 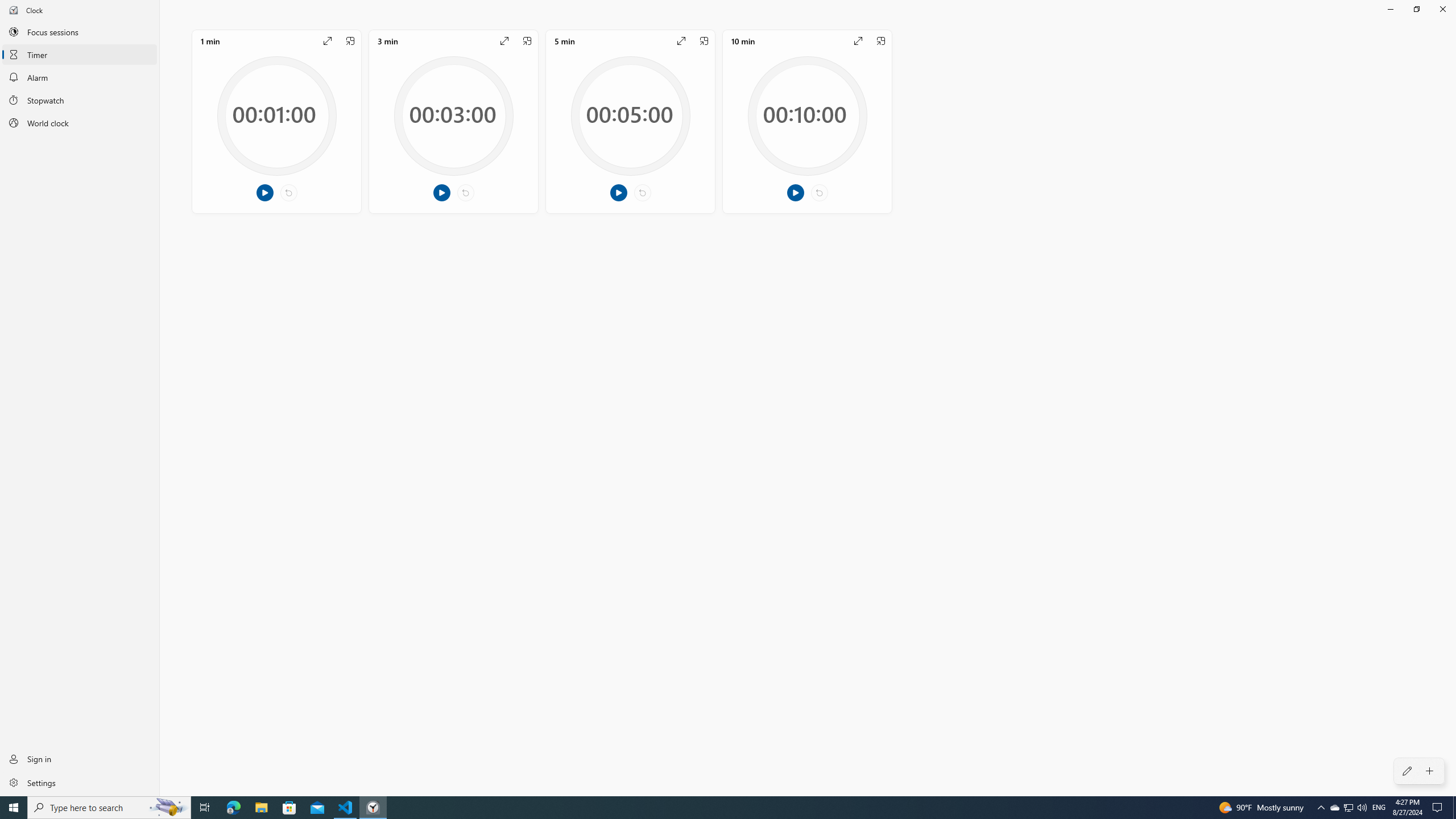 What do you see at coordinates (79, 100) in the screenshot?
I see `'Stopwatch'` at bounding box center [79, 100].